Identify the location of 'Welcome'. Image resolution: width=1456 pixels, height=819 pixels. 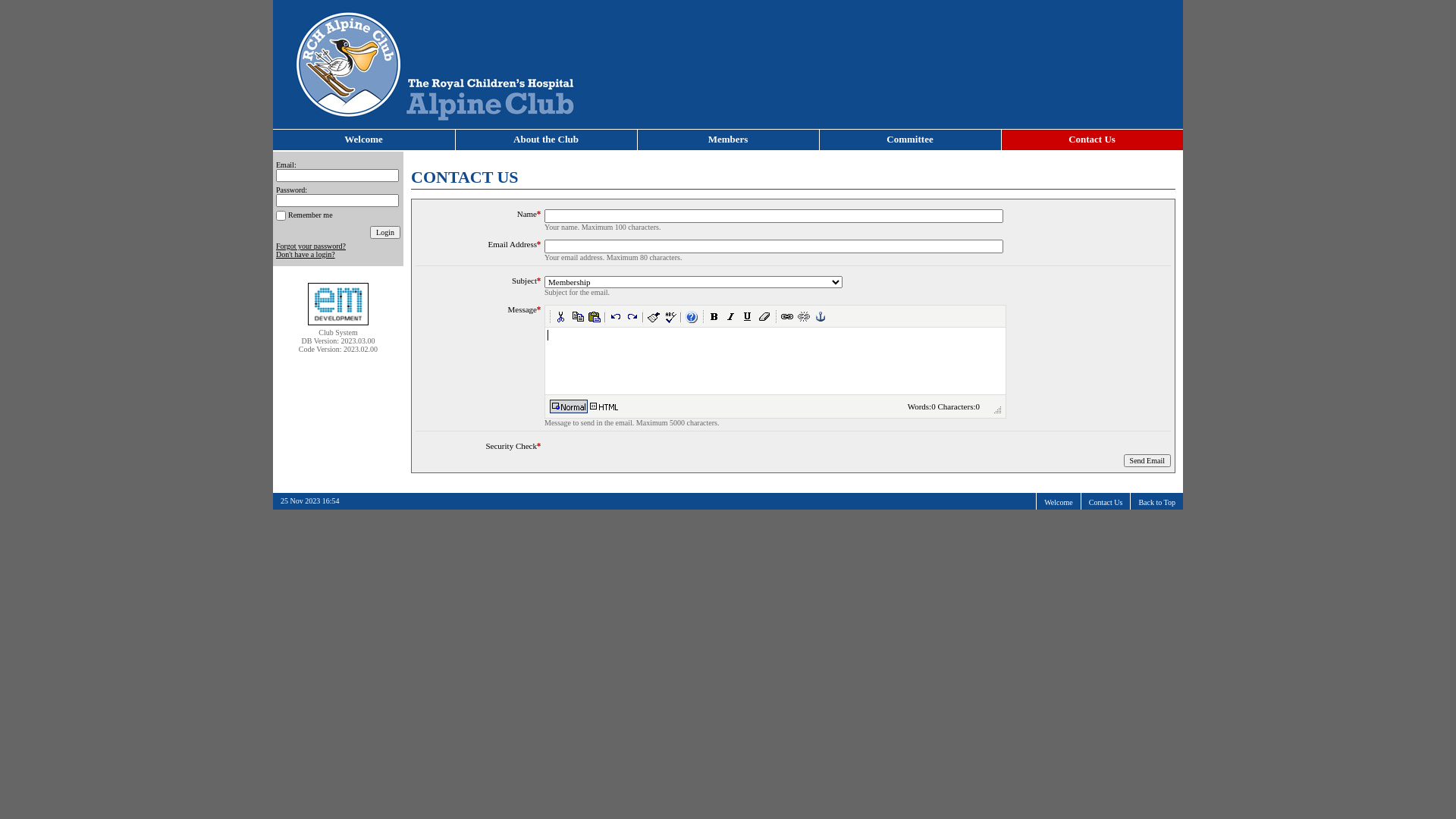
(364, 140).